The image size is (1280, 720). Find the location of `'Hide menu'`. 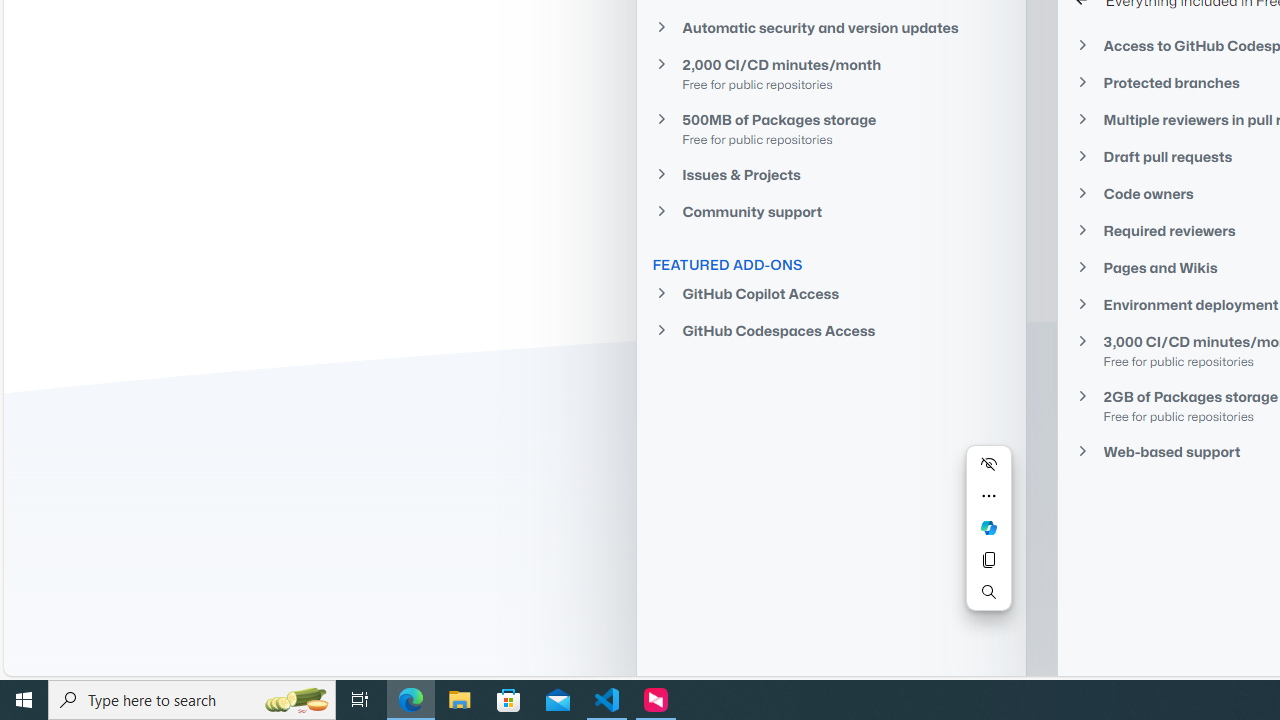

'Hide menu' is located at coordinates (988, 464).